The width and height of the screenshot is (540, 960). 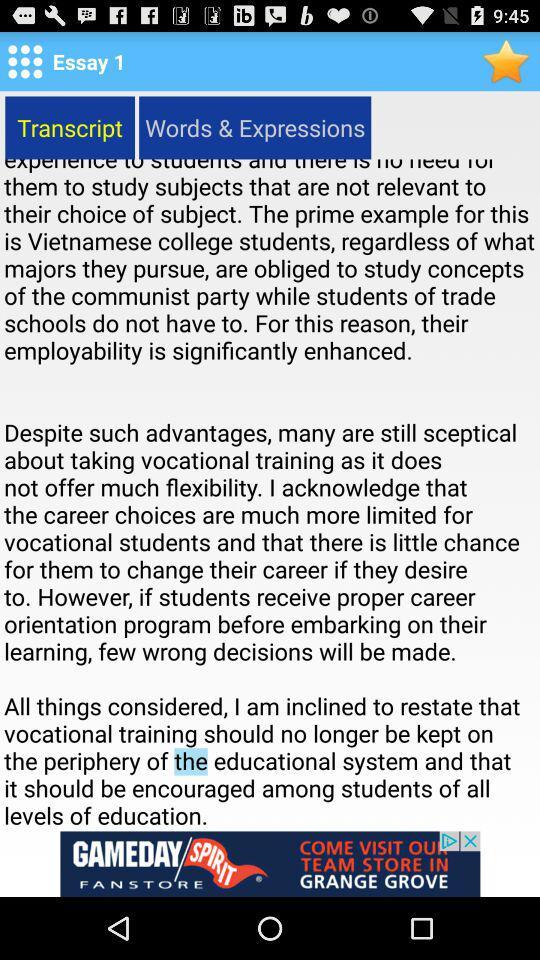 I want to click on star rating, so click(x=507, y=61).